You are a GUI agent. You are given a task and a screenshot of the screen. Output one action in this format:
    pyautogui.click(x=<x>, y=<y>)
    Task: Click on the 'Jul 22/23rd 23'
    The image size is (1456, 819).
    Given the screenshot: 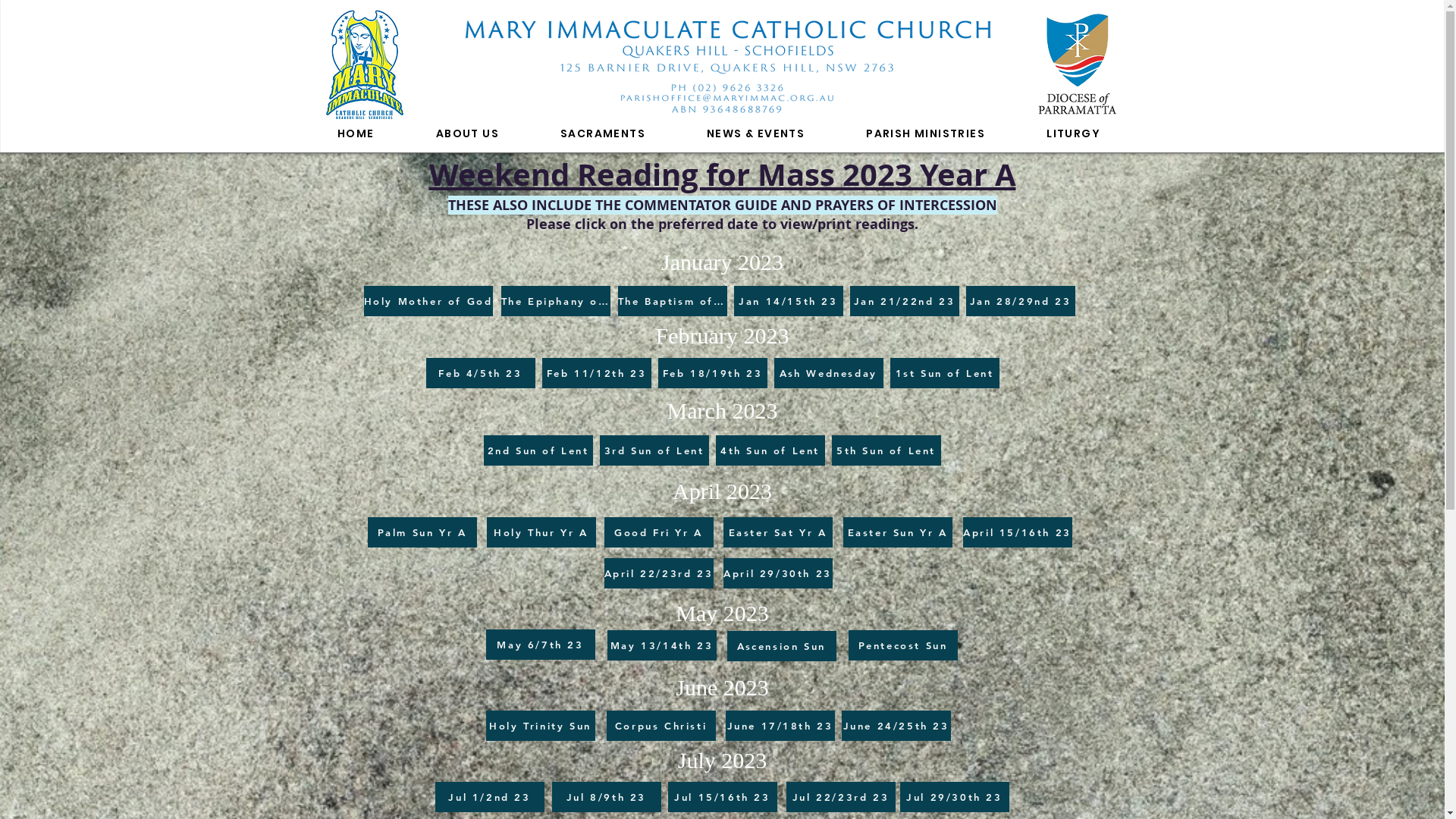 What is the action you would take?
    pyautogui.click(x=839, y=795)
    